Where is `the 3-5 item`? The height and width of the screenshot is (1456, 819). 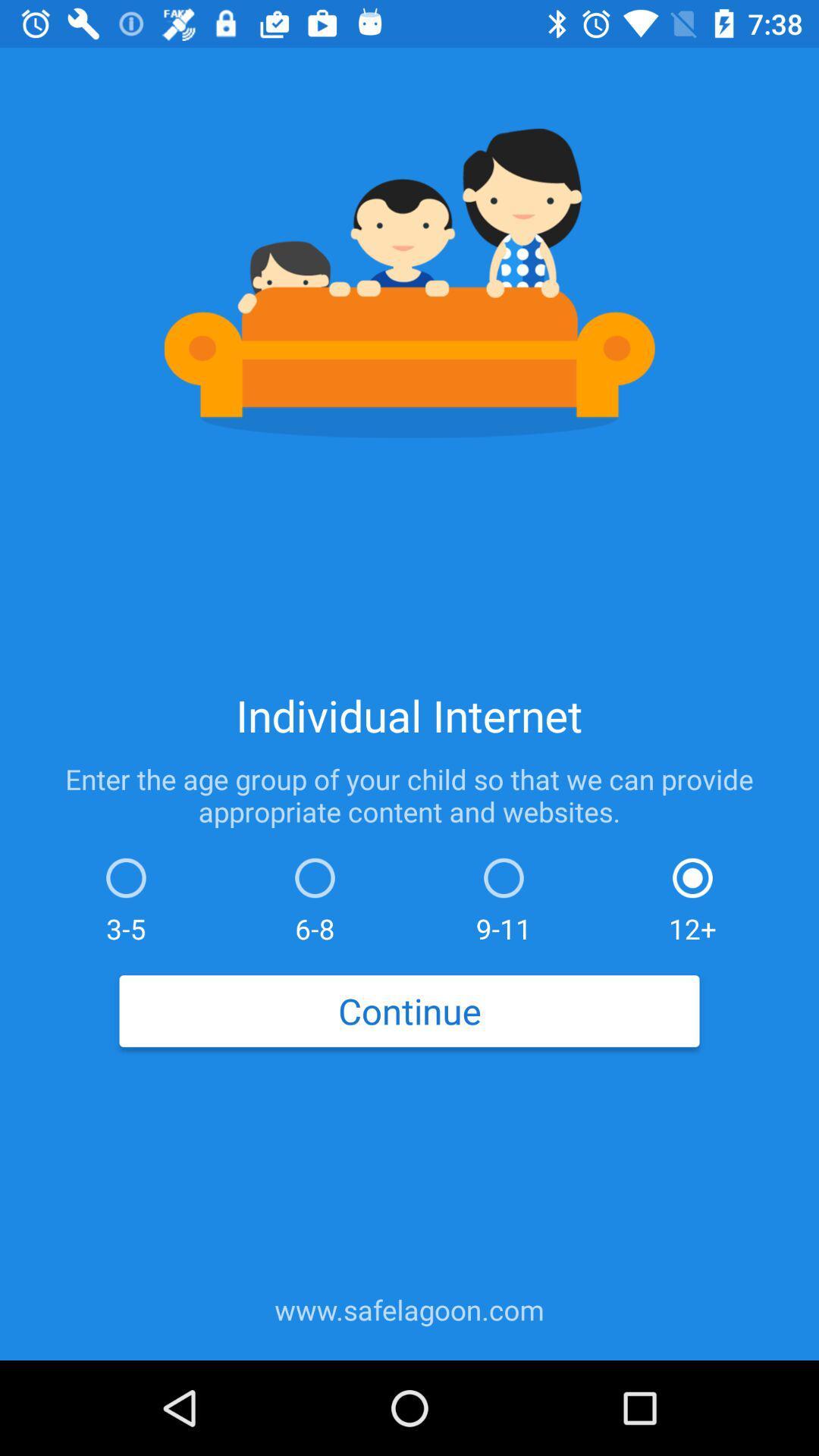
the 3-5 item is located at coordinates (125, 896).